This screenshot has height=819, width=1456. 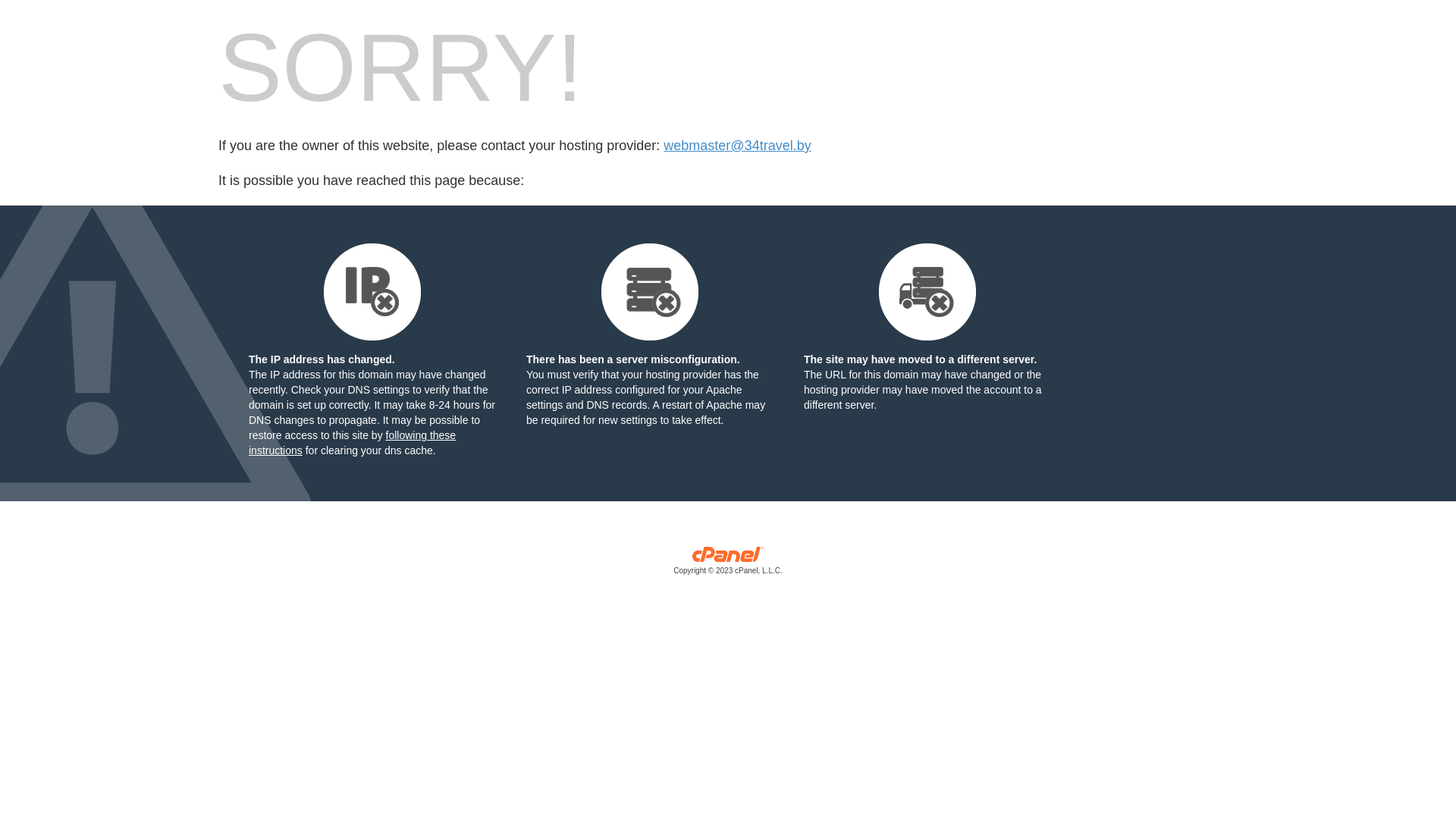 What do you see at coordinates (736, 146) in the screenshot?
I see `'webmaster@34travel.by'` at bounding box center [736, 146].